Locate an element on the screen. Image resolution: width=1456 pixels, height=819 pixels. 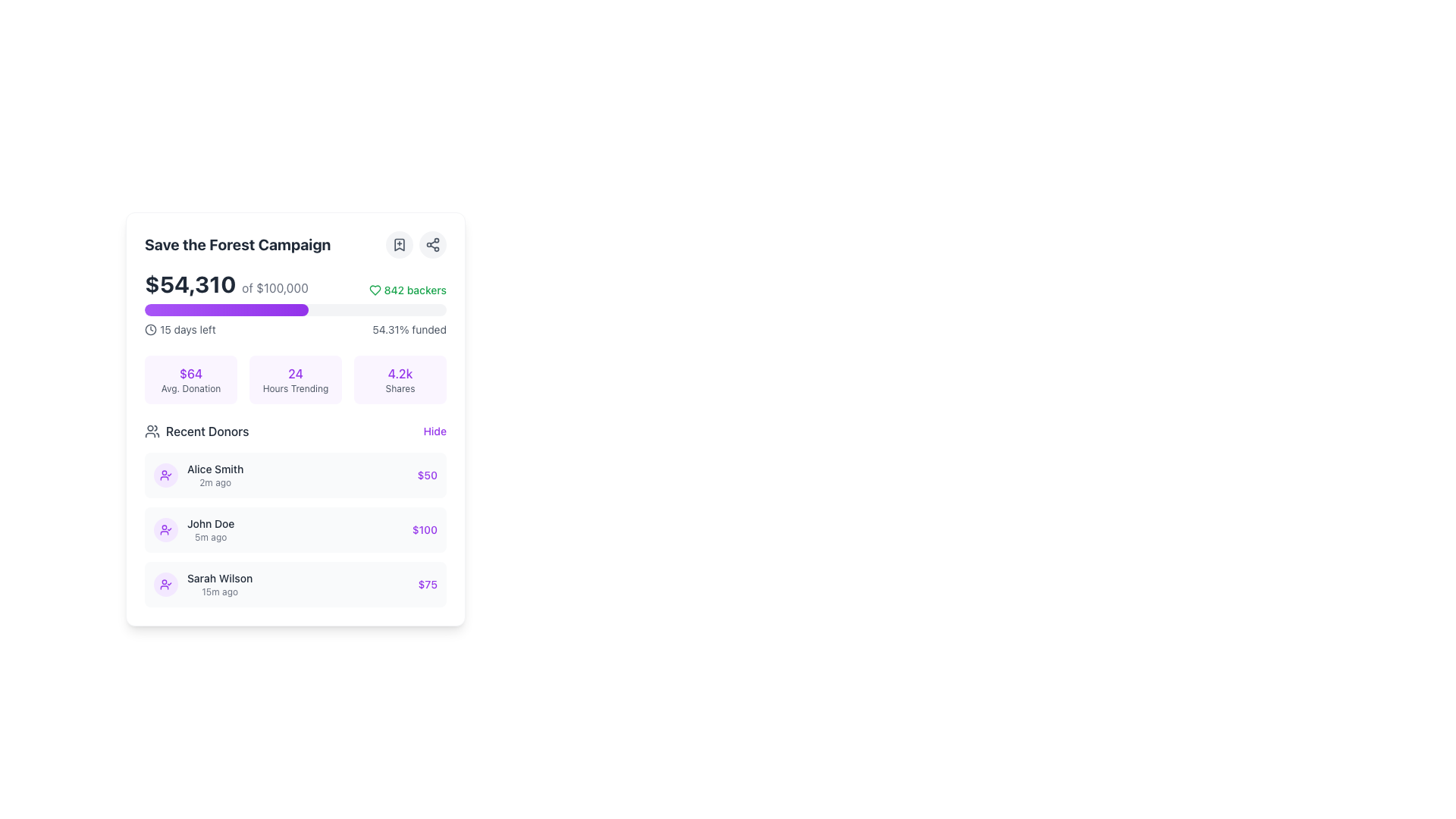
the verified user icon for 'Sarah Wilson' located in the 'Recent Donors' section, which is the third icon in the list is located at coordinates (166, 584).